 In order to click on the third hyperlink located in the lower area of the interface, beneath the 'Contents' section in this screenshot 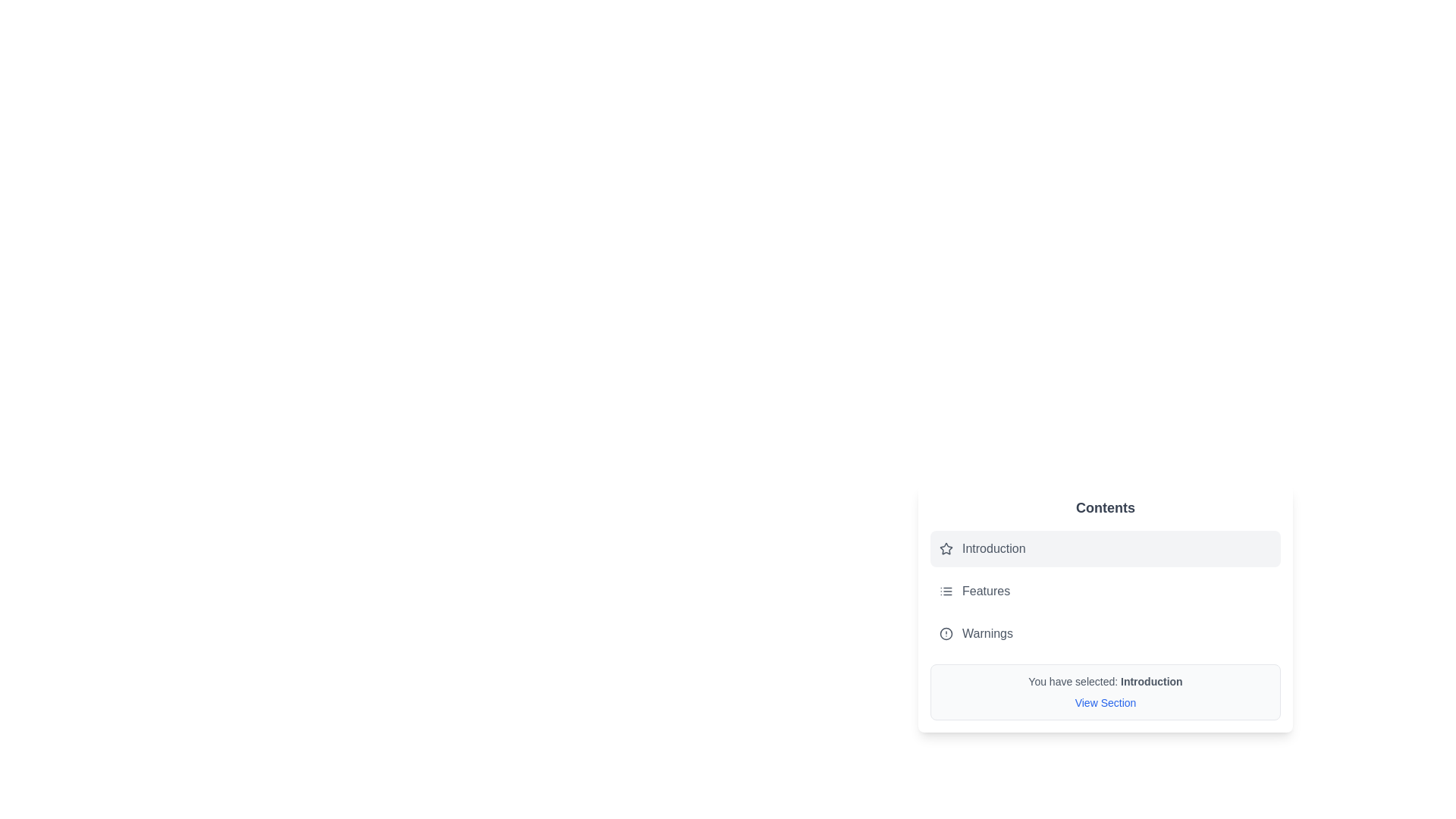, I will do `click(1106, 702)`.